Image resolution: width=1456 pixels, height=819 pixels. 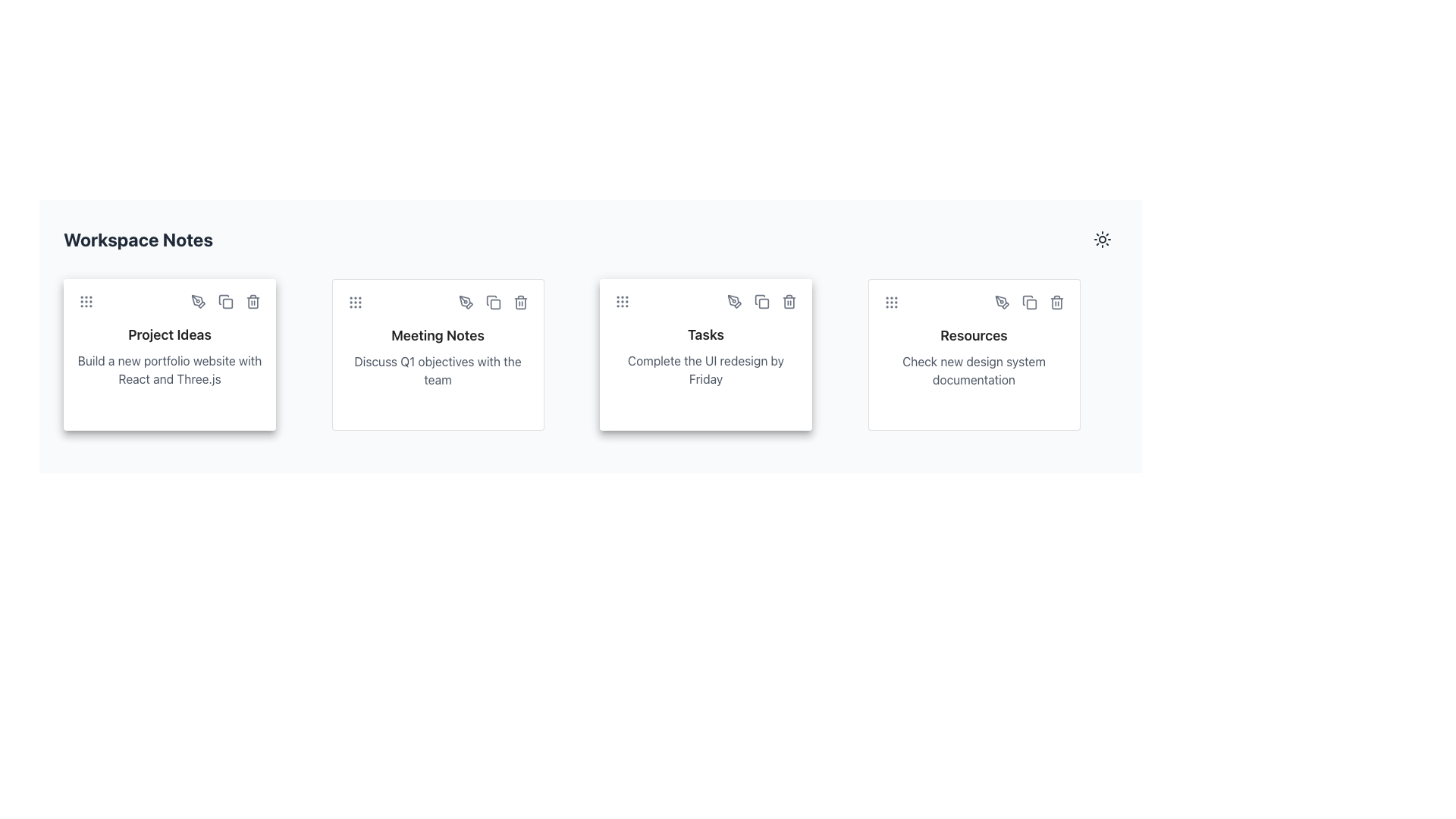 I want to click on the group of three interactive icons located at the top-right corner of the 'Project Ideas' card to perform related actions, so click(x=224, y=301).